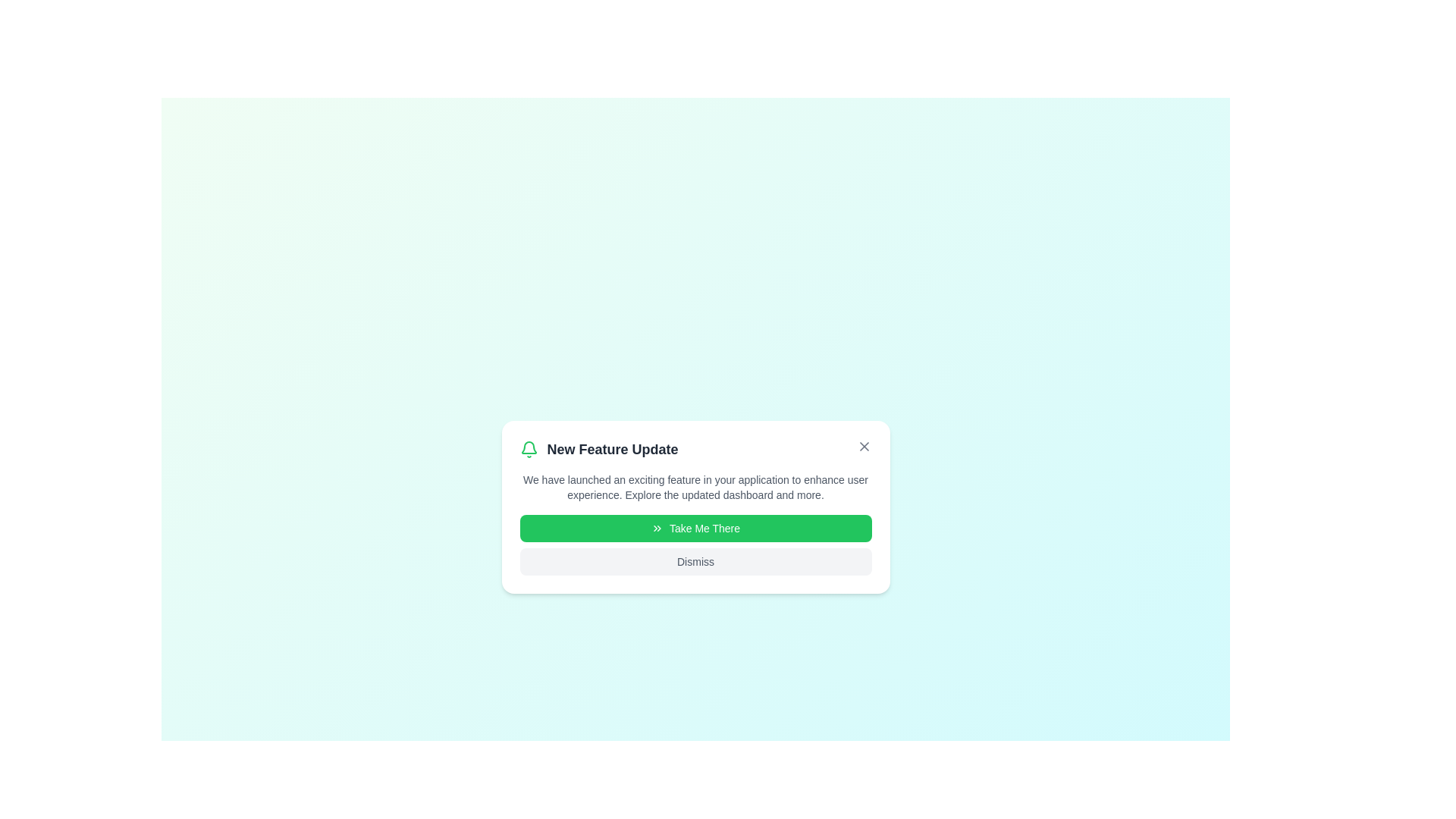 The width and height of the screenshot is (1456, 819). What do you see at coordinates (695, 528) in the screenshot?
I see `the 'Take Me There' button to navigate to the new feature` at bounding box center [695, 528].